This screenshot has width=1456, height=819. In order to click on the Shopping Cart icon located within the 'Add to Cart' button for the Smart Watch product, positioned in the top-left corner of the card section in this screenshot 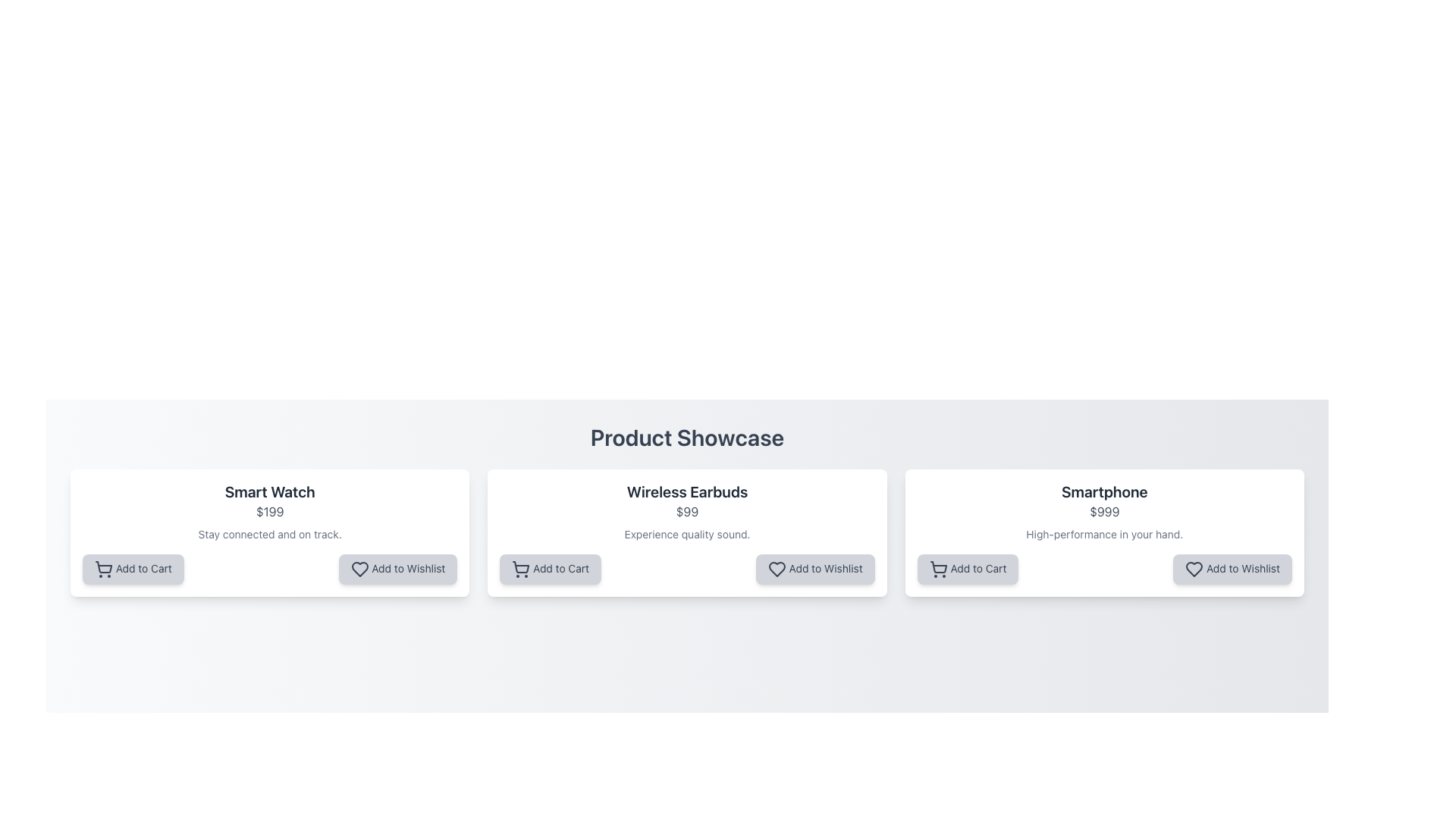, I will do `click(103, 567)`.